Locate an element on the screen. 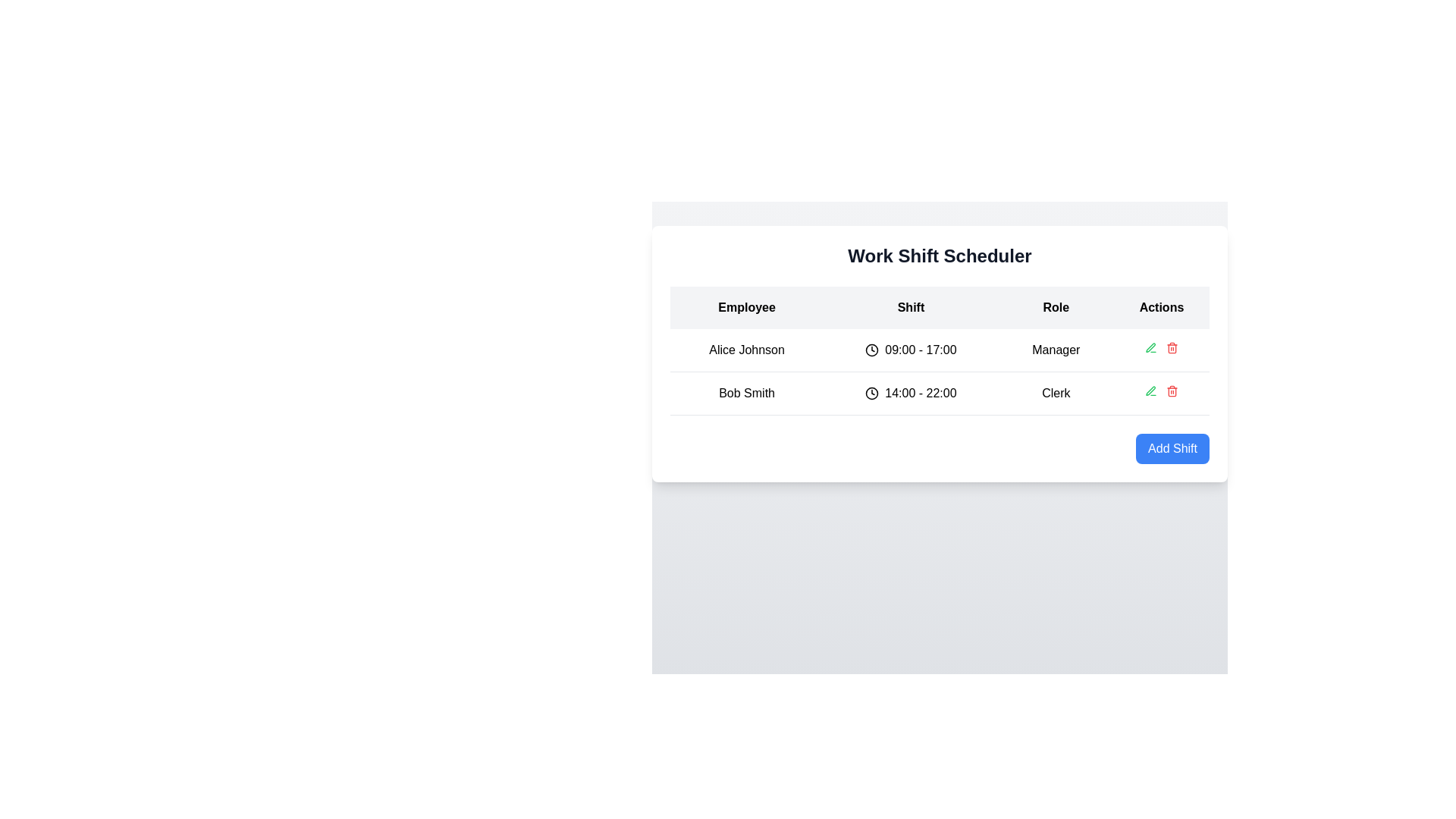 The height and width of the screenshot is (819, 1456). the shift details for the employee 'Alice Johnson' in the first row of the 'Work Shift Scheduler' table is located at coordinates (939, 372).